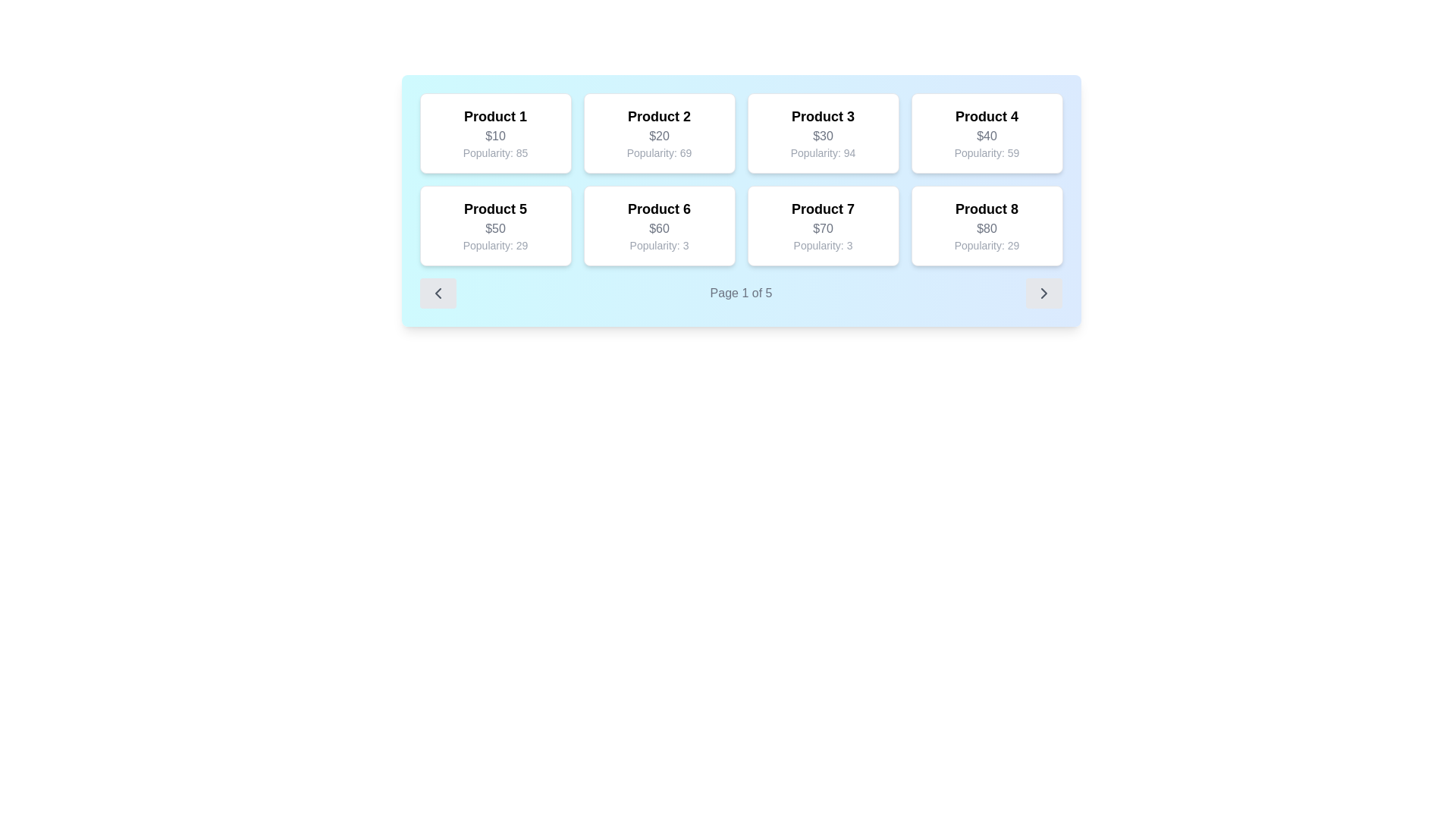  What do you see at coordinates (987, 225) in the screenshot?
I see `the informational card displaying product details with the title 'Product 8', priced at '$80', located in the second row and fourth column of the grid layout` at bounding box center [987, 225].